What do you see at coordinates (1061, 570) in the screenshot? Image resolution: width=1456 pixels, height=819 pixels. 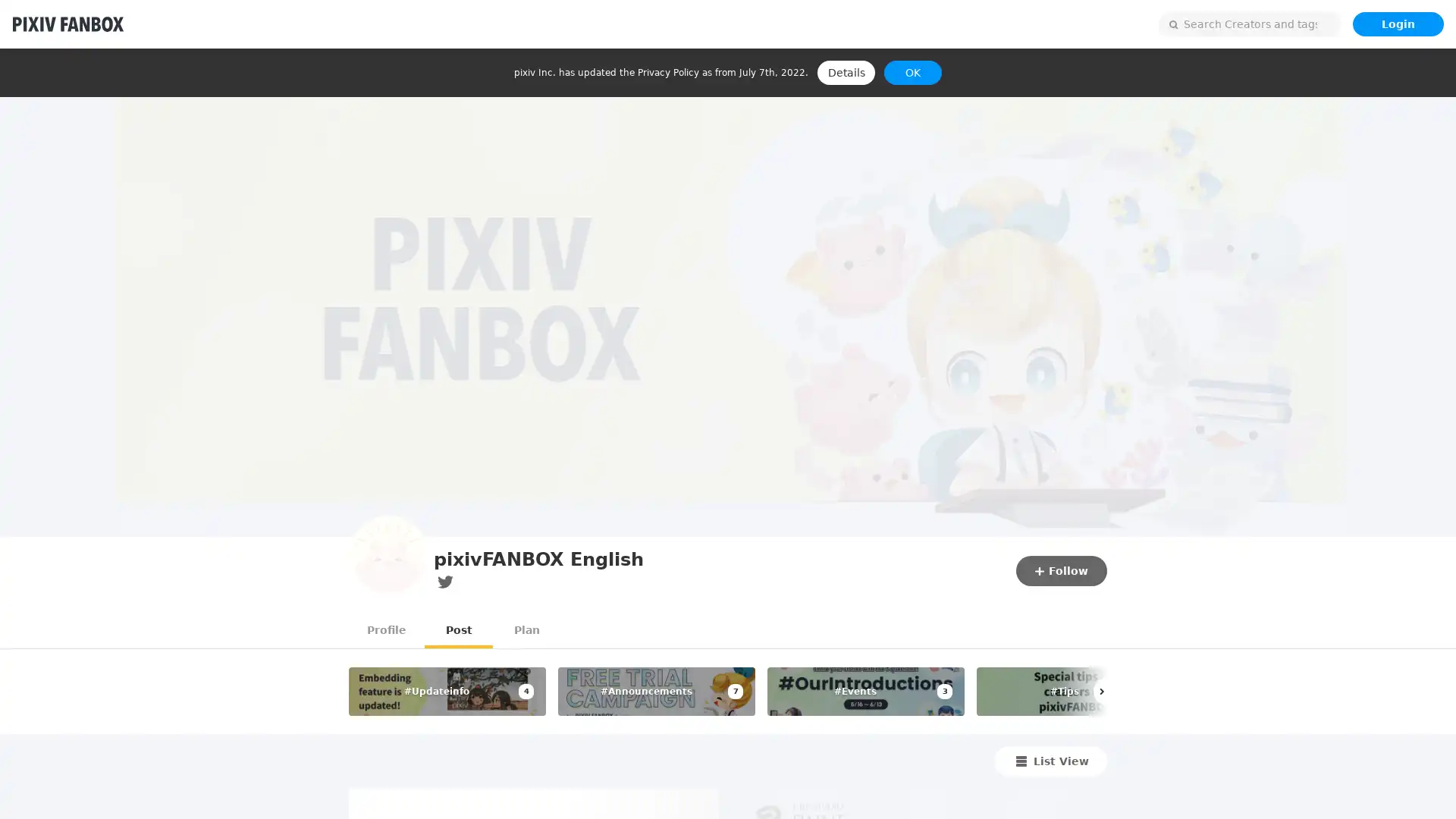 I see `Follow` at bounding box center [1061, 570].